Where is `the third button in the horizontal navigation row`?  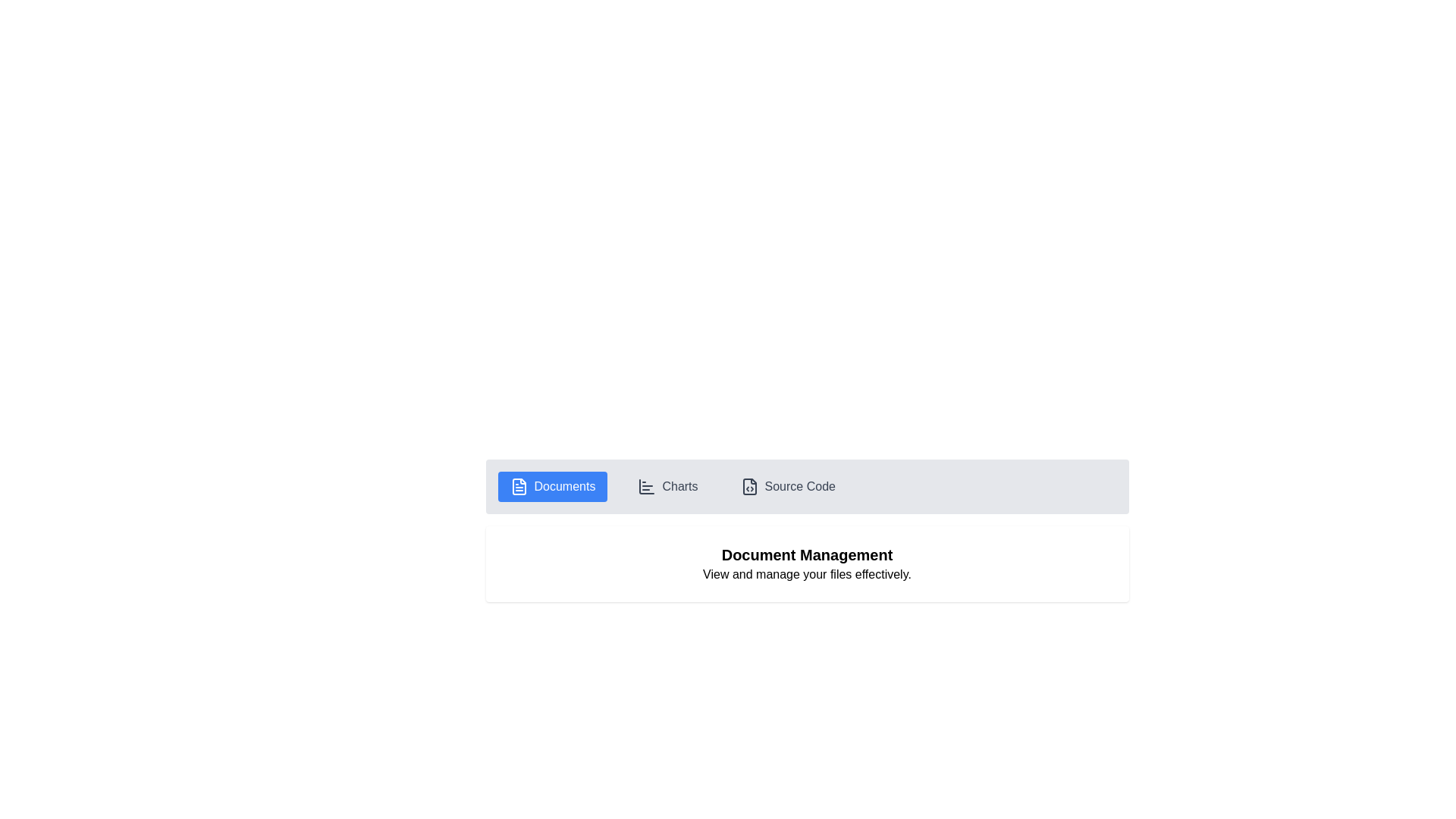 the third button in the horizontal navigation row is located at coordinates (788, 486).